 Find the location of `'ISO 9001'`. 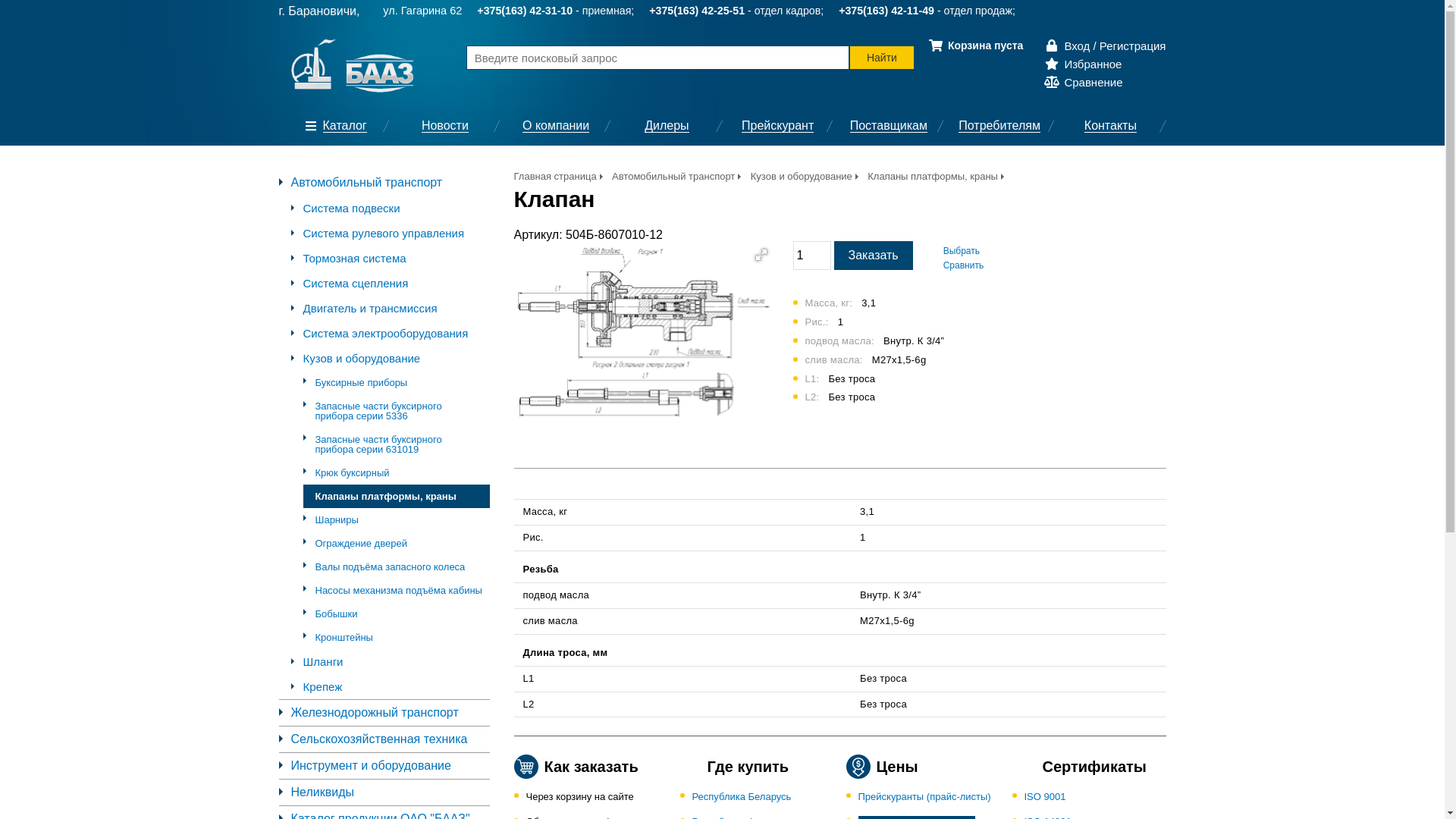

'ISO 9001' is located at coordinates (1043, 795).